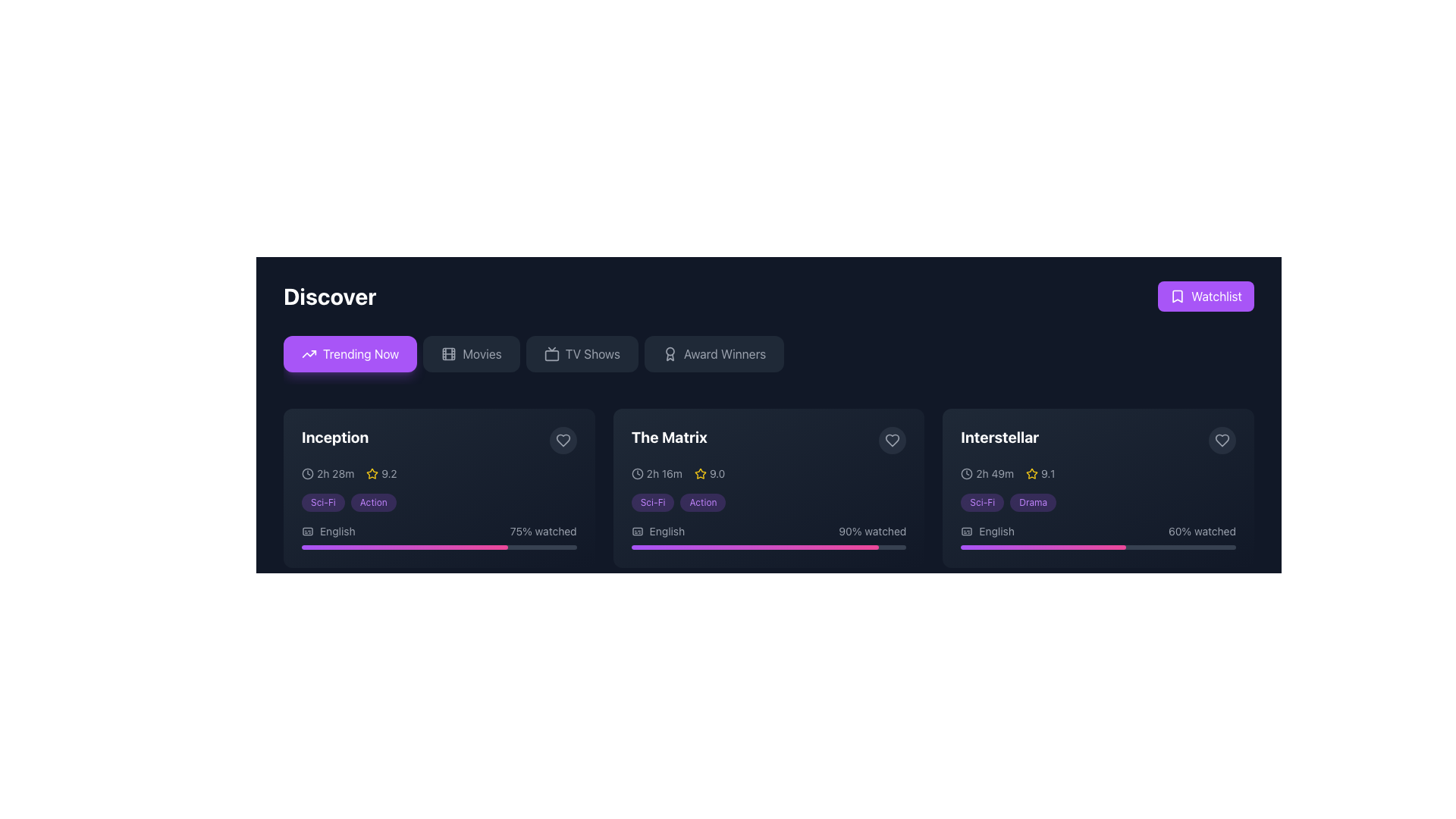  I want to click on the clock icon located at the top left corner of the card for 'The Matrix', before the duration text '2h 16m', so click(637, 472).